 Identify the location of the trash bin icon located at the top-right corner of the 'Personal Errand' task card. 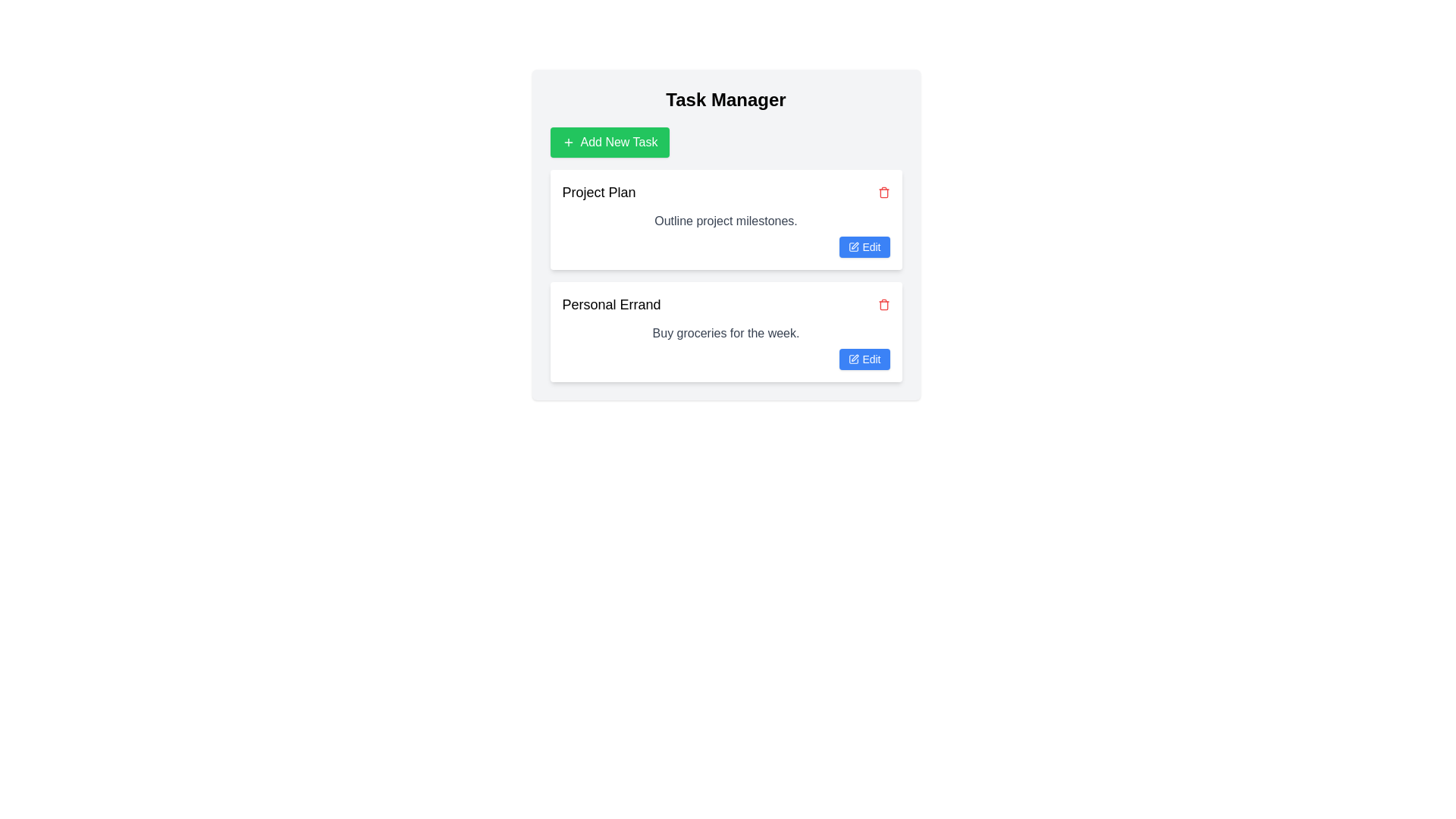
(883, 306).